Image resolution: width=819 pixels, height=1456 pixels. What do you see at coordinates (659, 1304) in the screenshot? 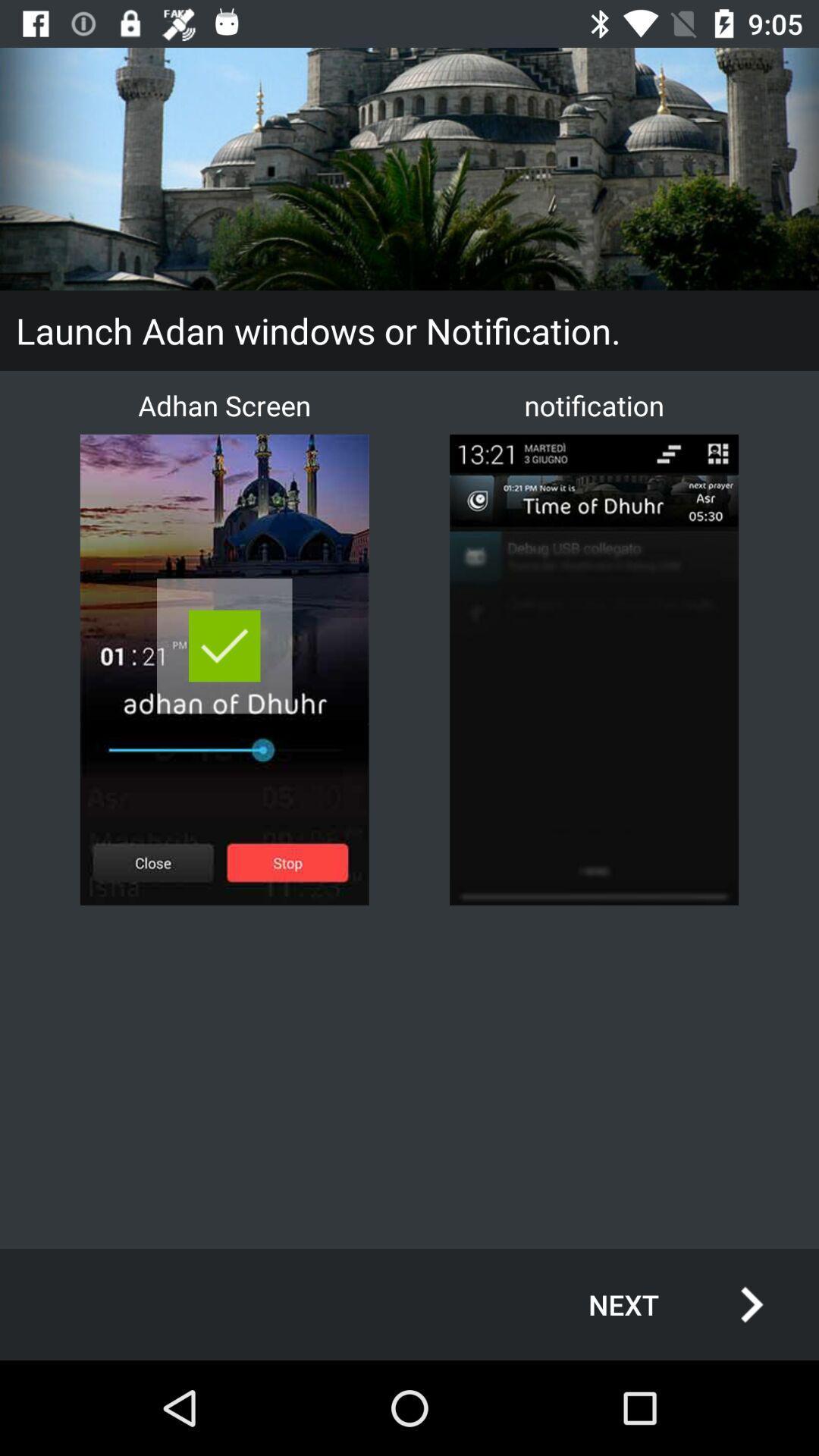
I see `the next item` at bounding box center [659, 1304].